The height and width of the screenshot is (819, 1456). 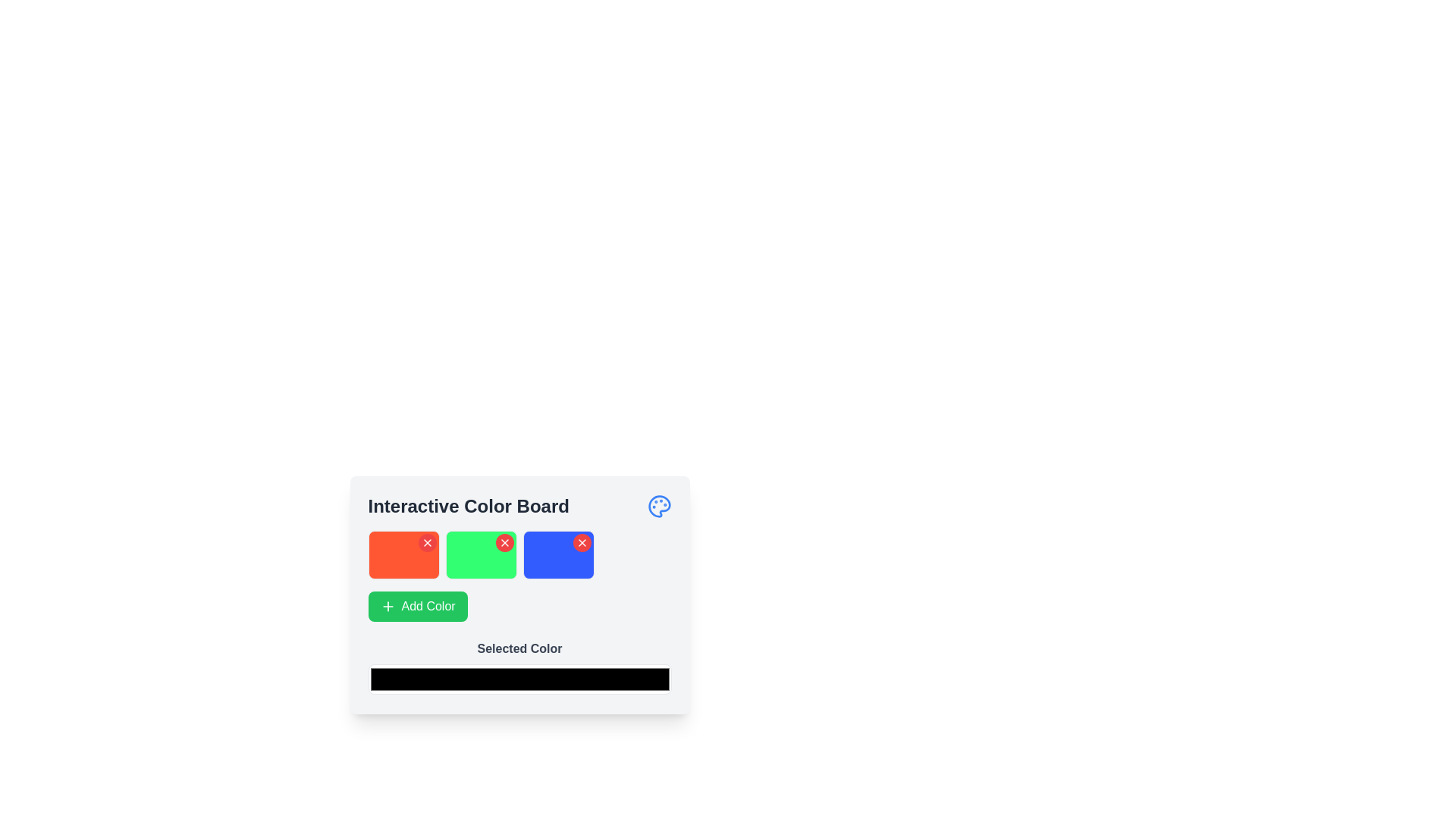 What do you see at coordinates (658, 506) in the screenshot?
I see `the paint palette icon located at the top right corner of the interactive board` at bounding box center [658, 506].